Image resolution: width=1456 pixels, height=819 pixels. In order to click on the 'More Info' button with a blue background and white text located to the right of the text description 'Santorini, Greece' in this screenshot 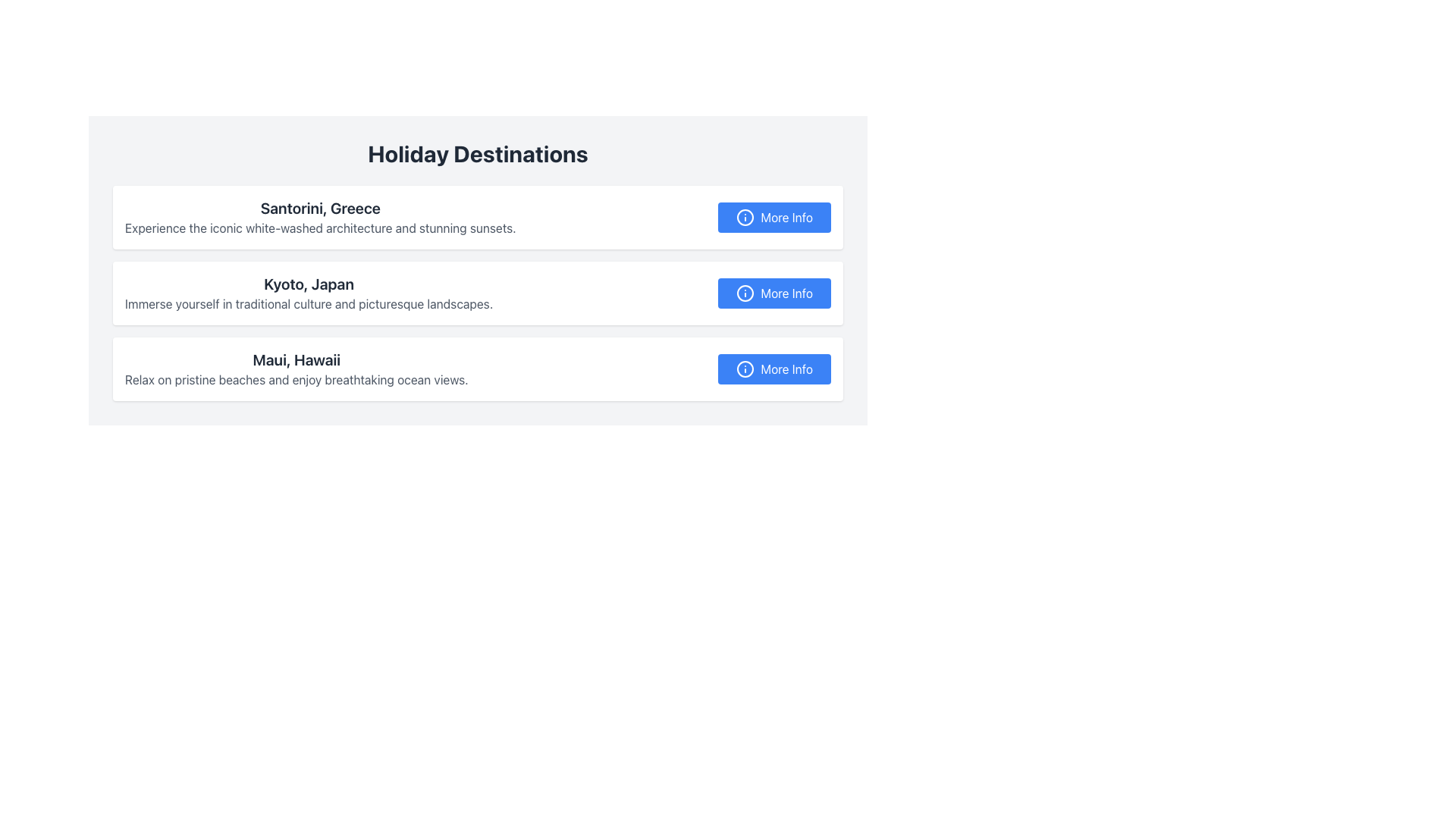, I will do `click(774, 217)`.